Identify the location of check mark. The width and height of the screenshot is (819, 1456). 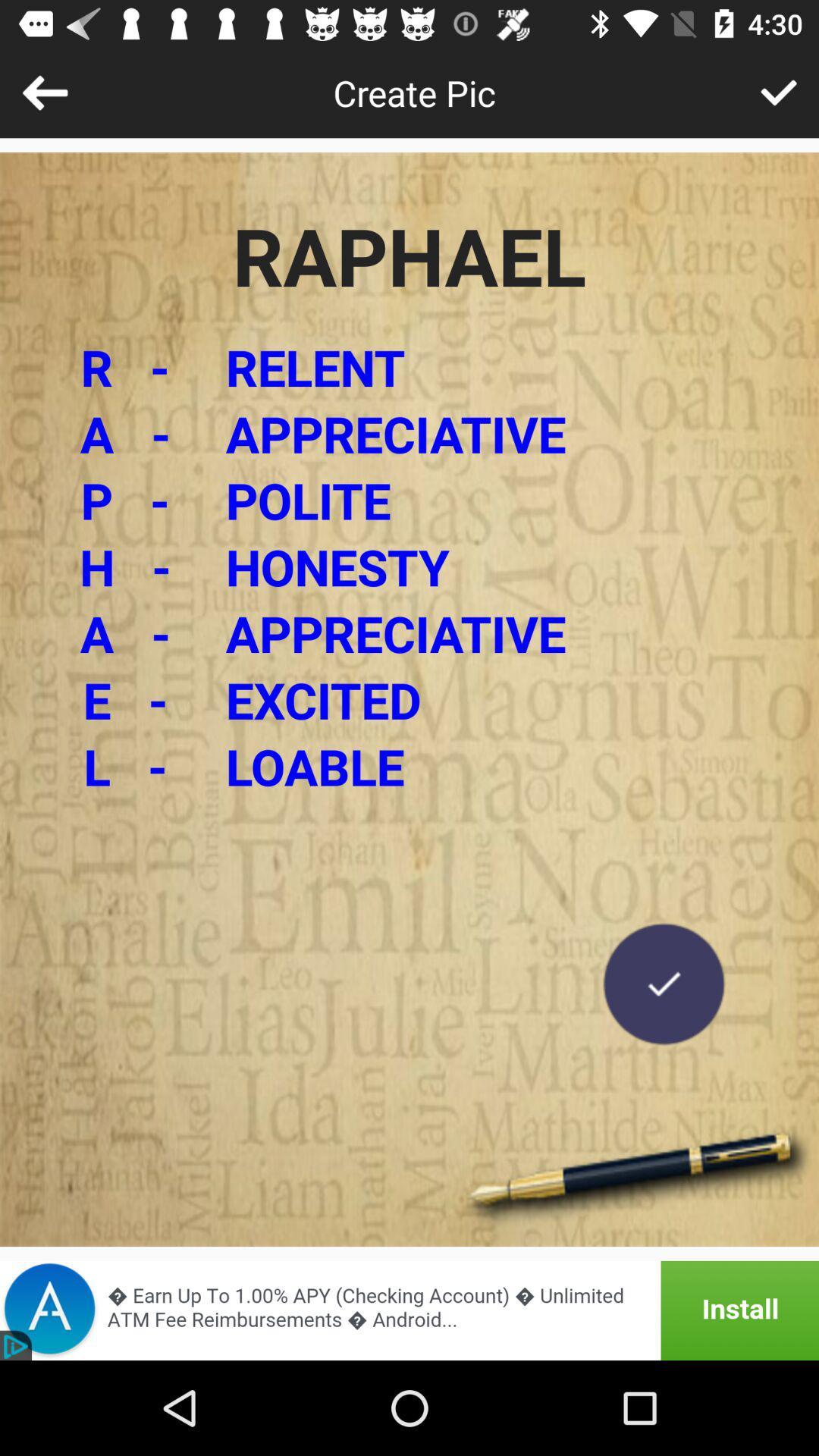
(663, 984).